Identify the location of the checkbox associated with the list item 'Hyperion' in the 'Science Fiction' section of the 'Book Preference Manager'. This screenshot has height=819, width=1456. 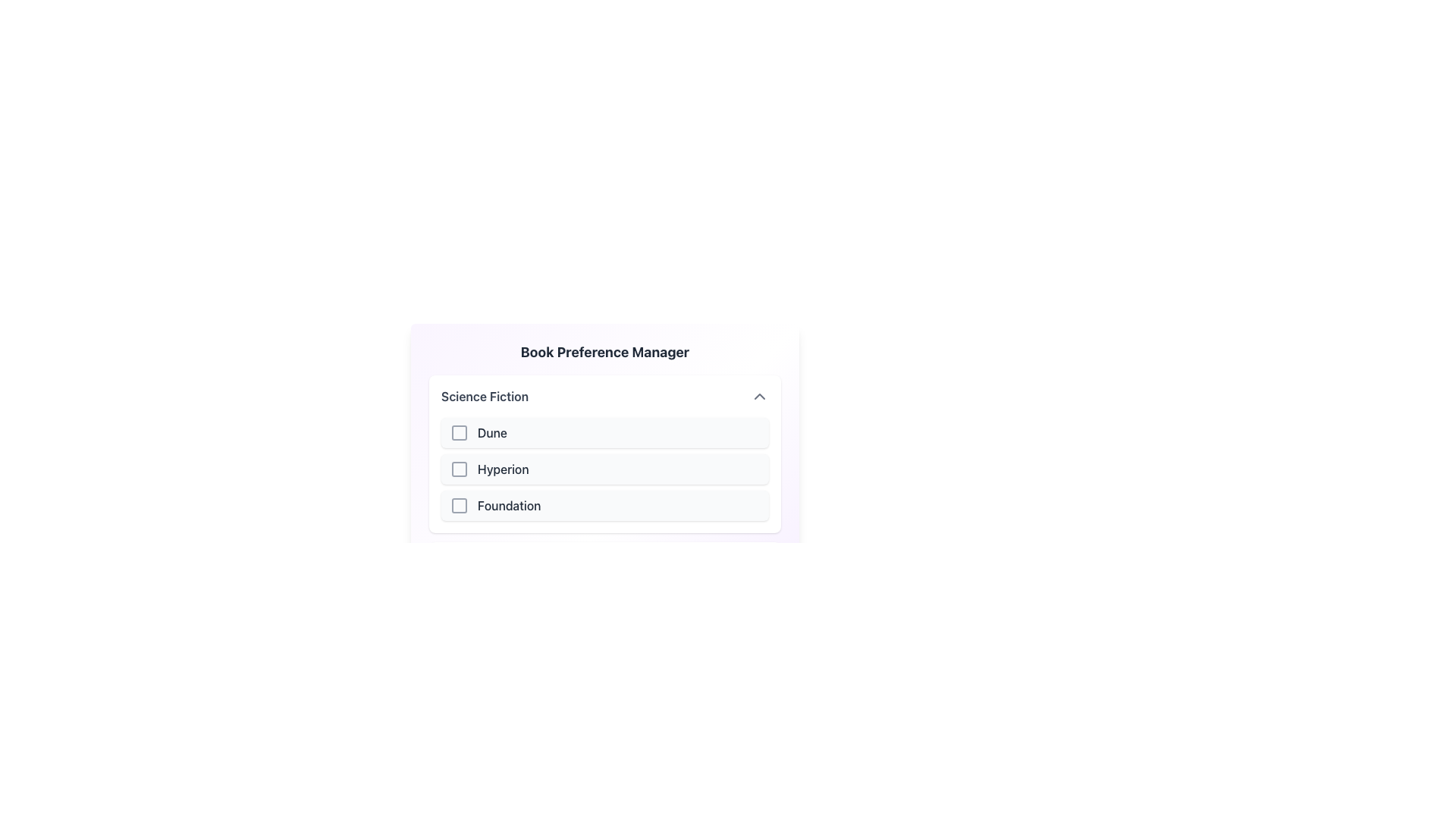
(458, 468).